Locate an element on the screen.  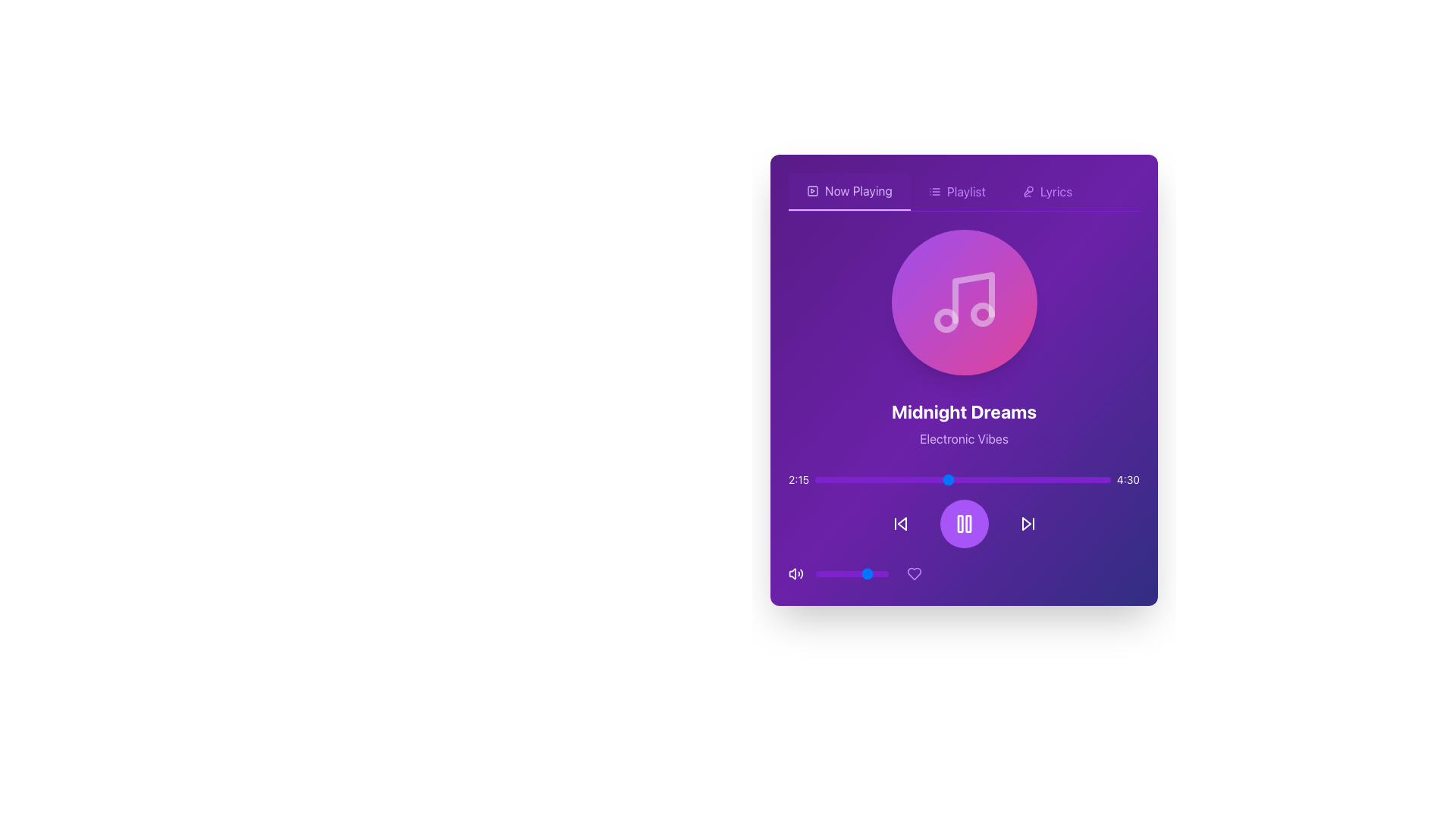
the 'Skip Forward' button, which is the last control in the row of interactive media buttons, allowing users is located at coordinates (1028, 522).